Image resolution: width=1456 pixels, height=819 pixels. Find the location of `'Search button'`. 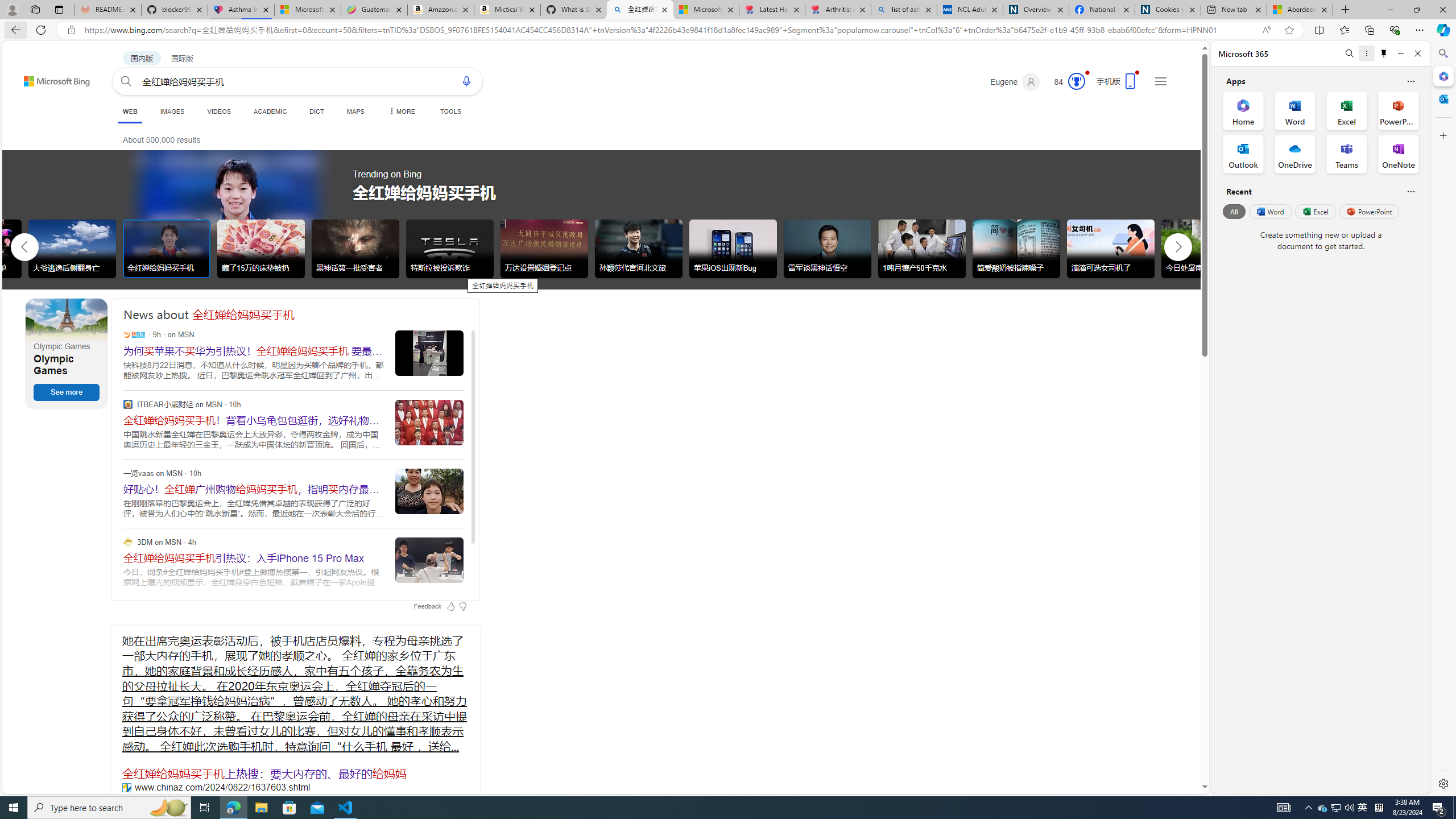

'Search button' is located at coordinates (126, 80).